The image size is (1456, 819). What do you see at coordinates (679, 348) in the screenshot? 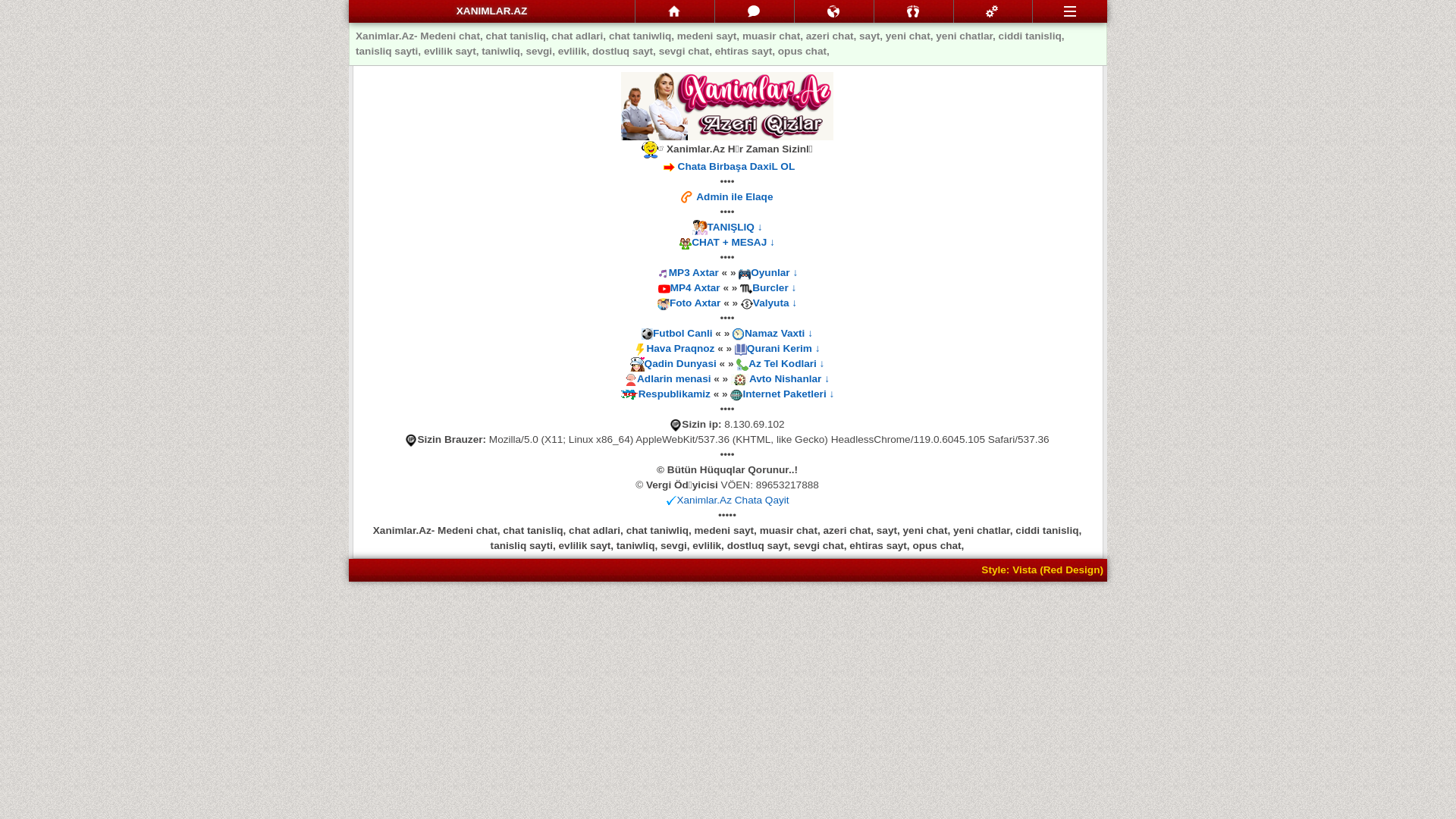
I see `'Hava Praqnoz'` at bounding box center [679, 348].